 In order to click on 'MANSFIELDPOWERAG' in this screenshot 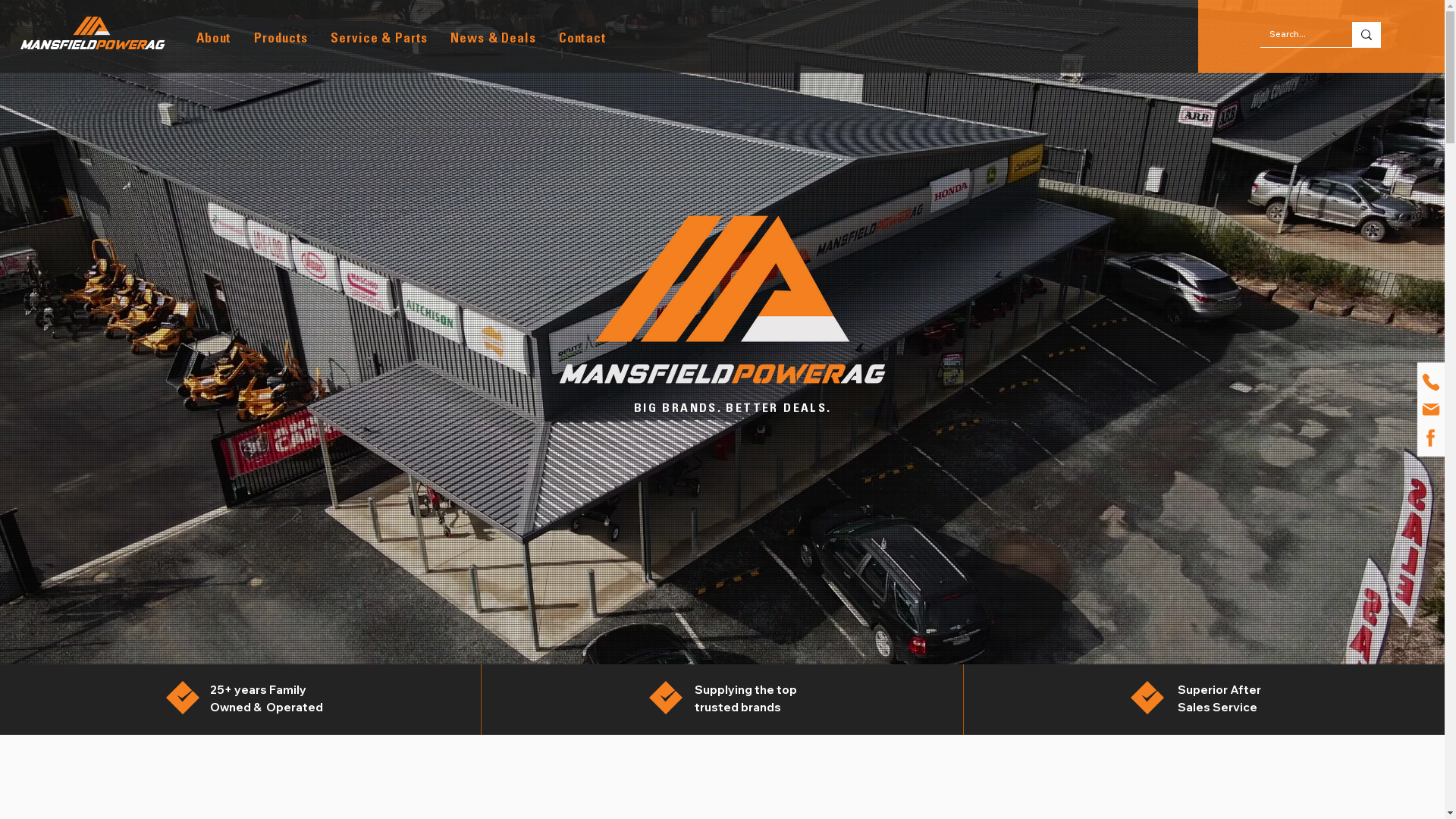, I will do `click(90, 45)`.